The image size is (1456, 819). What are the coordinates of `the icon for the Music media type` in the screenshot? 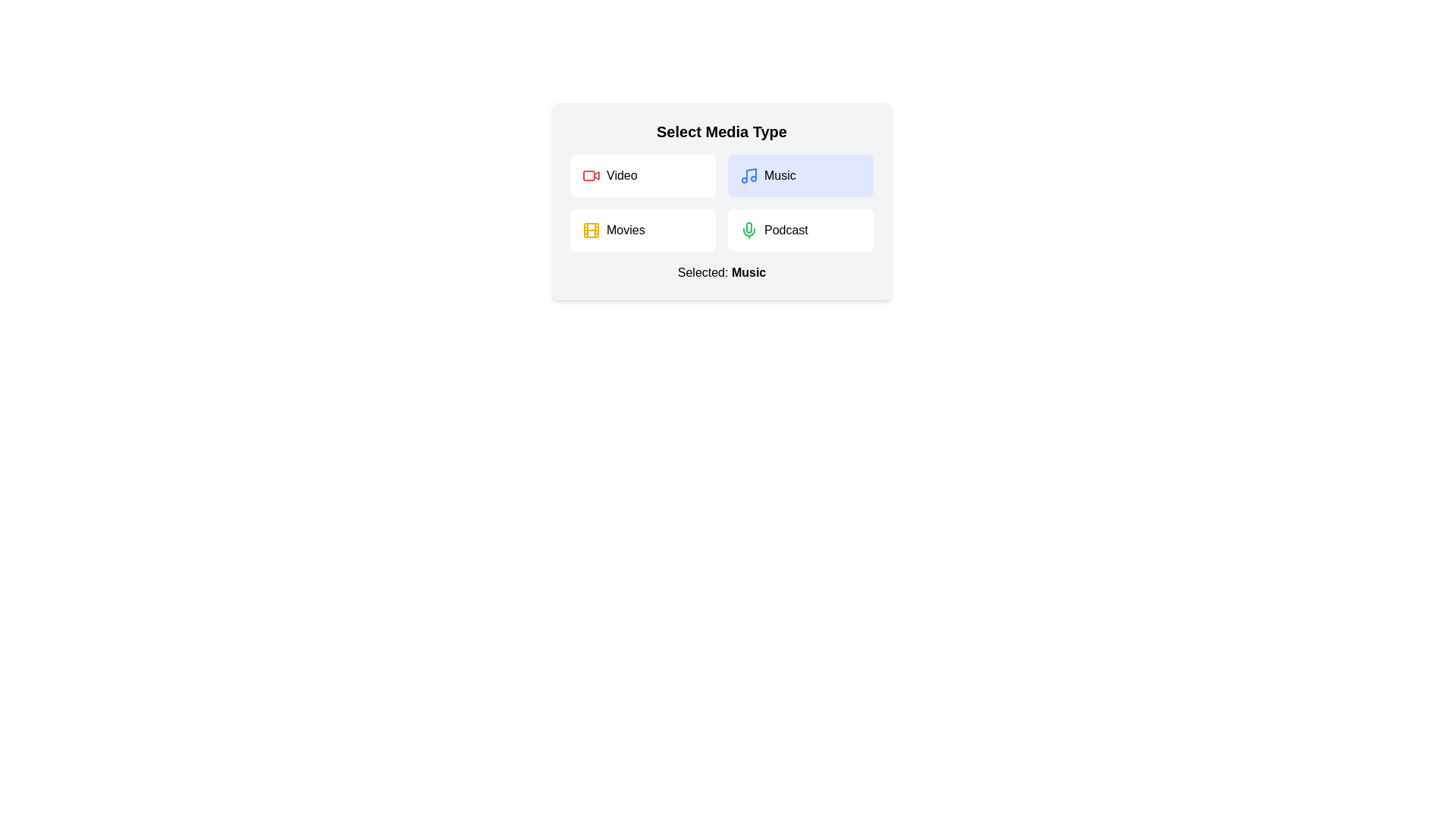 It's located at (749, 174).